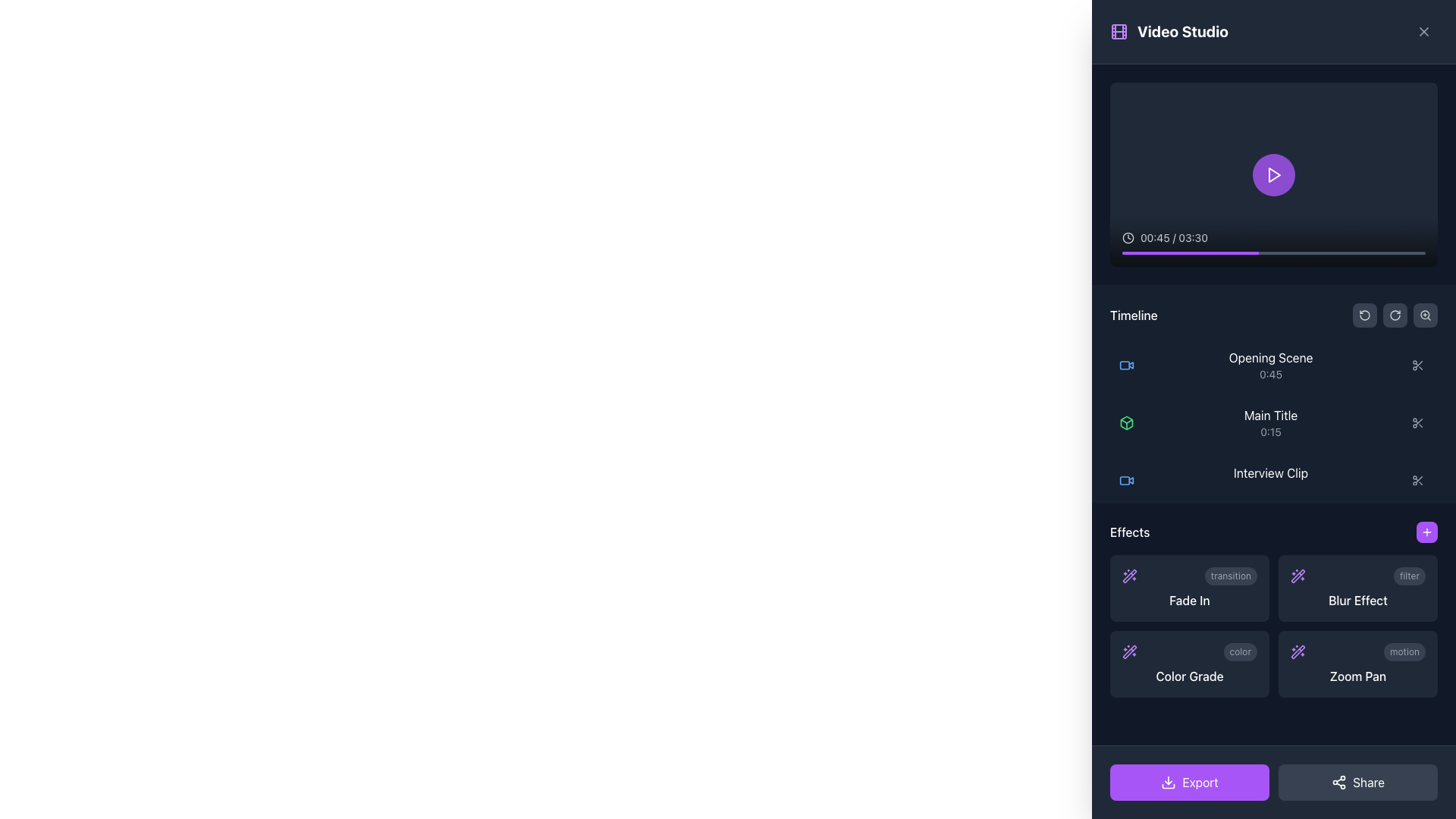 The image size is (1456, 819). What do you see at coordinates (1127, 480) in the screenshot?
I see `the blue video camera icon representing a video clip associated with the text 'Interview Clip' in the timeline entry list` at bounding box center [1127, 480].